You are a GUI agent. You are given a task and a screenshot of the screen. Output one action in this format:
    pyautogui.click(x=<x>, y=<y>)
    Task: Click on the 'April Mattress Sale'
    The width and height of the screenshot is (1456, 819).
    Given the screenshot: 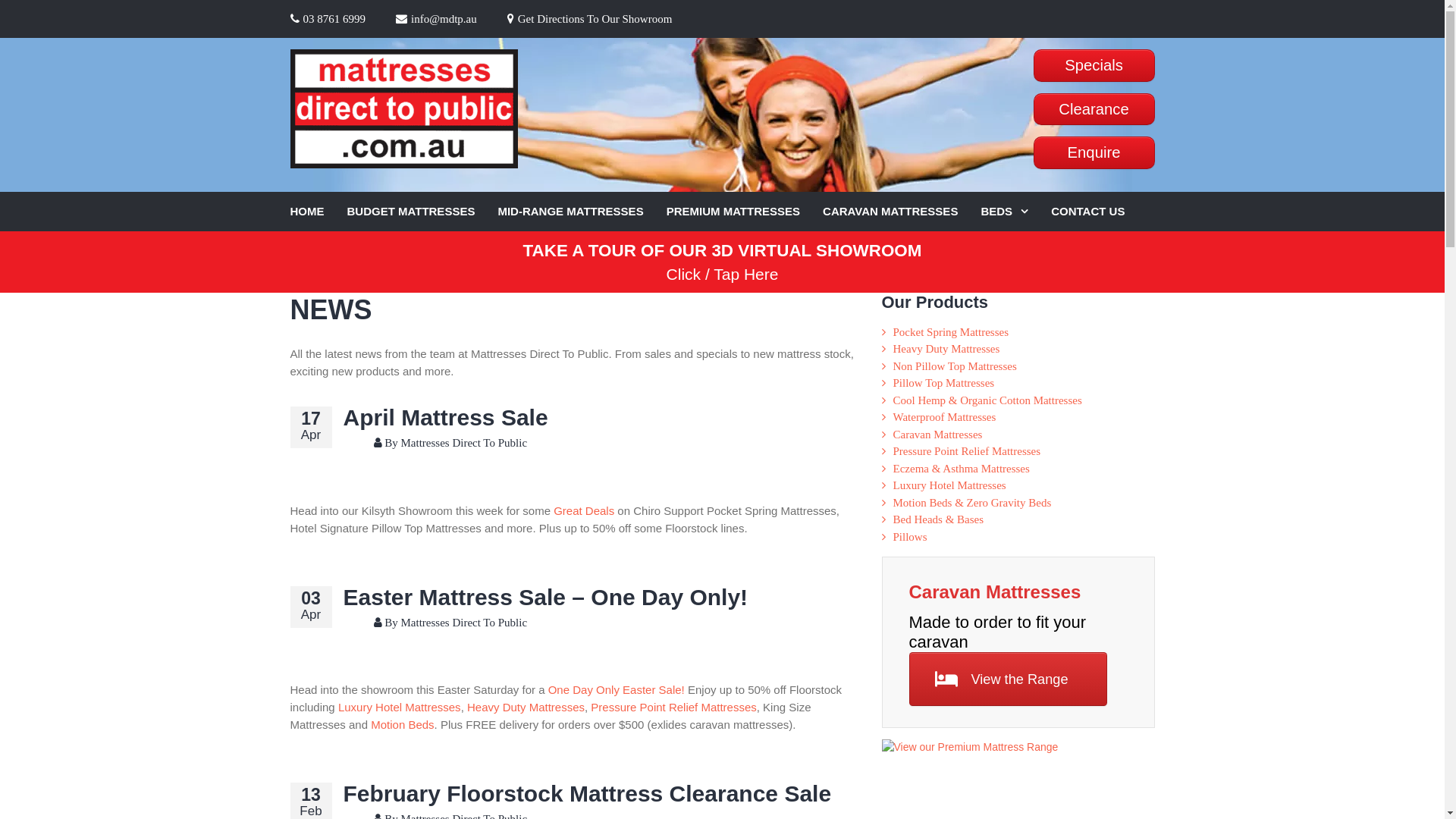 What is the action you would take?
    pyautogui.click(x=341, y=417)
    